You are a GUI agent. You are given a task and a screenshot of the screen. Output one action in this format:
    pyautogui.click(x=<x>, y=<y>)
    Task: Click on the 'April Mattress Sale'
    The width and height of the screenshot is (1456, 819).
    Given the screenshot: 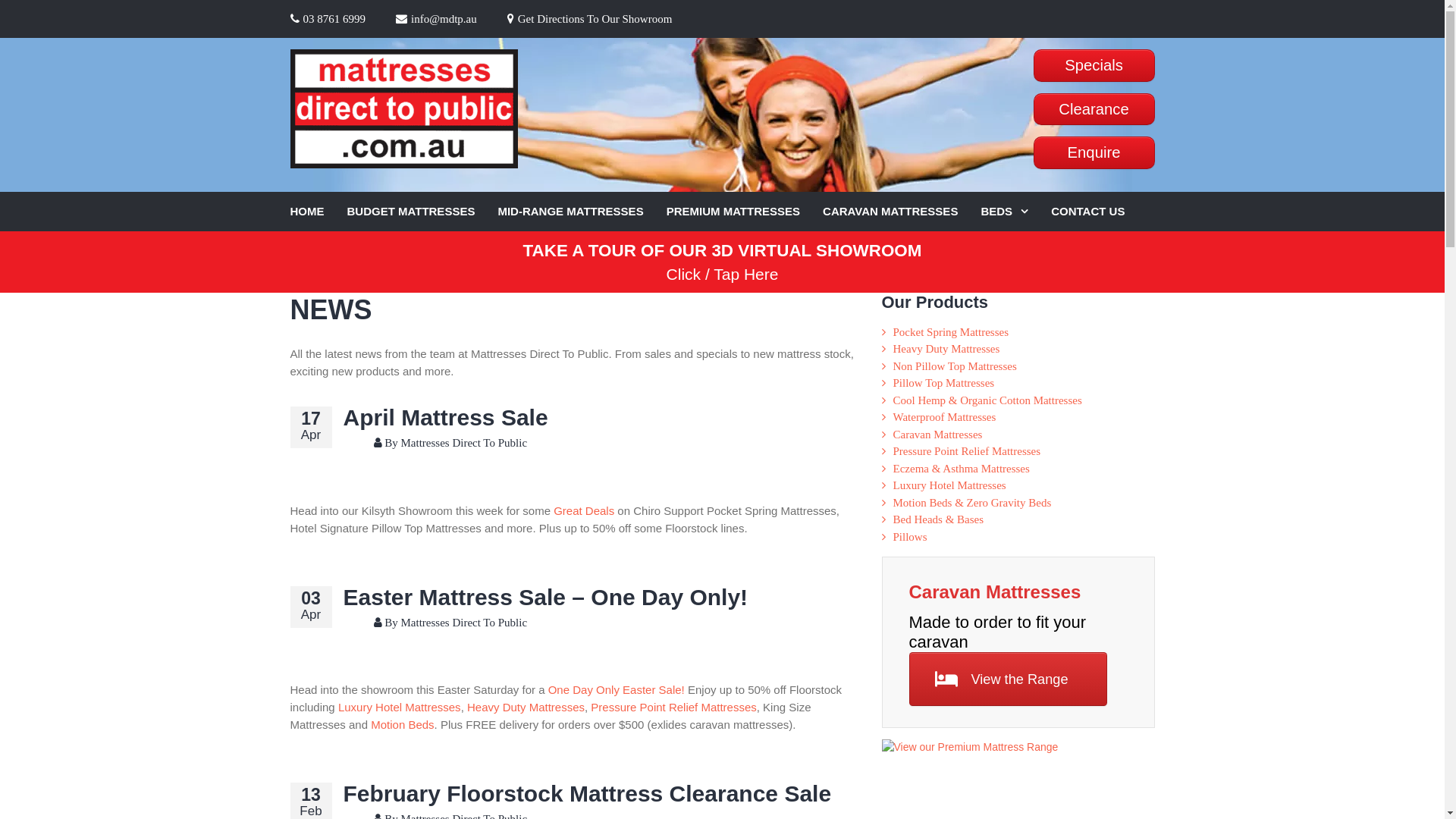 What is the action you would take?
    pyautogui.click(x=341, y=417)
    